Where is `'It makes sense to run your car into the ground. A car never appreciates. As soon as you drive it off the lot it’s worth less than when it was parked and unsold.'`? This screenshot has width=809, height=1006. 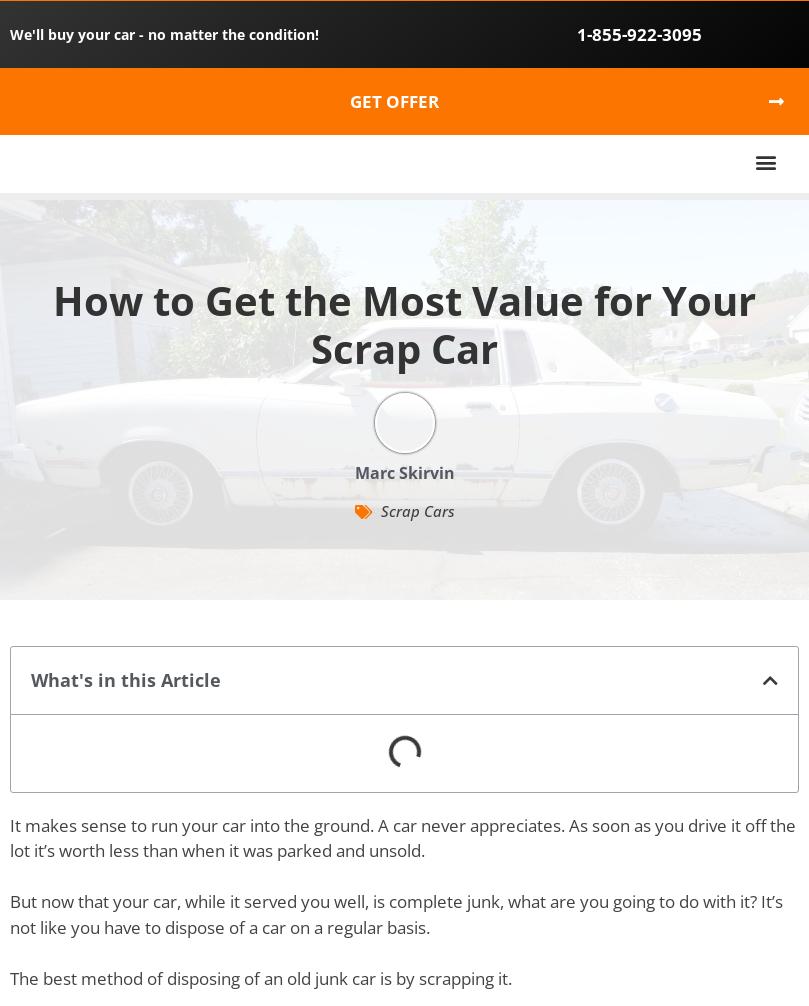 'It makes sense to run your car into the ground. A car never appreciates. As soon as you drive it off the lot it’s worth less than when it was parked and unsold.' is located at coordinates (402, 836).